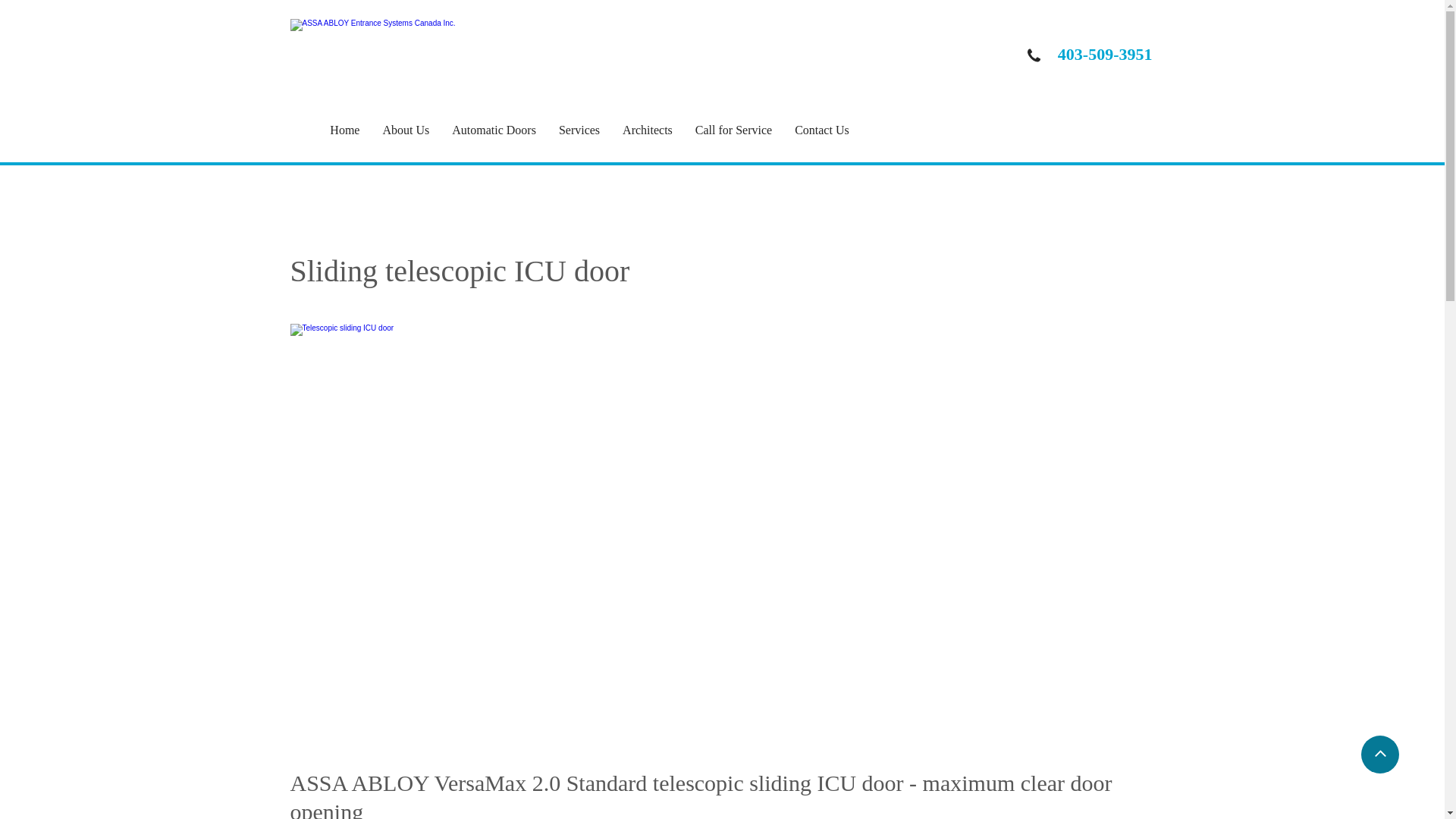  I want to click on 'Home', so click(355, 130).